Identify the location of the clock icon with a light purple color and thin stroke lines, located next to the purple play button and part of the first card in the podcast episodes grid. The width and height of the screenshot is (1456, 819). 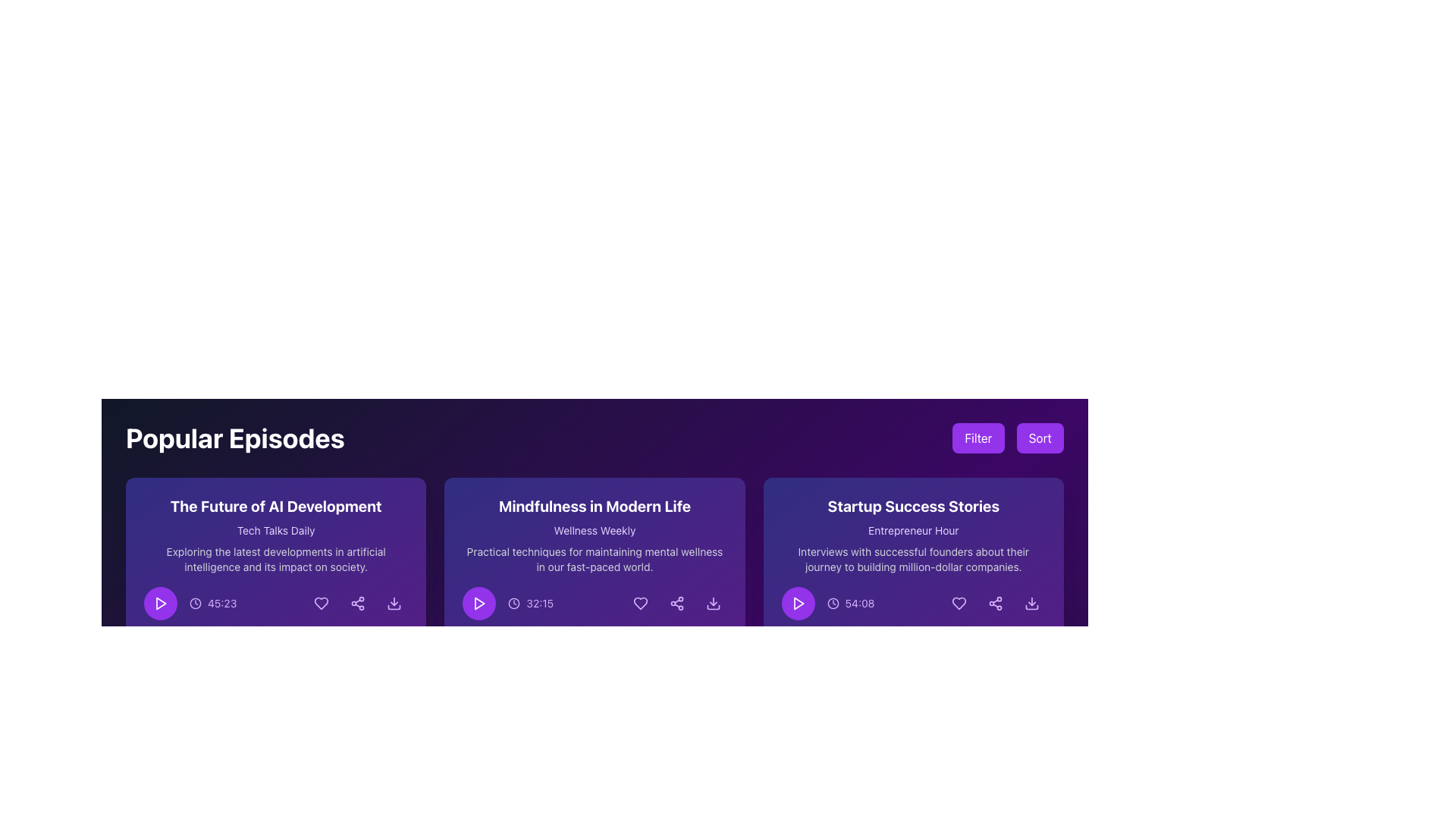
(195, 602).